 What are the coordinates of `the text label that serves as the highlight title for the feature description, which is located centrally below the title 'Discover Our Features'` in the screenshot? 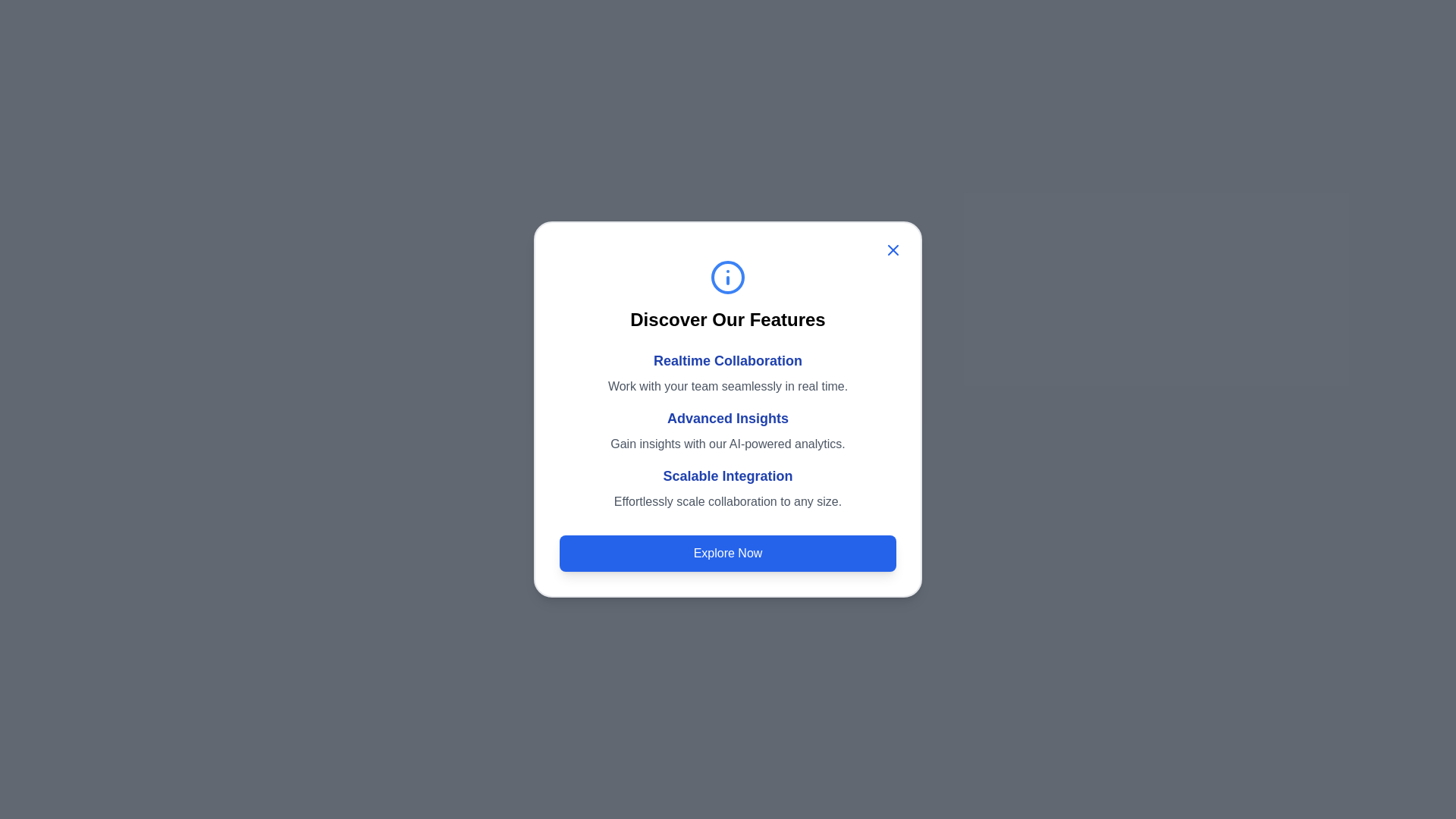 It's located at (728, 360).